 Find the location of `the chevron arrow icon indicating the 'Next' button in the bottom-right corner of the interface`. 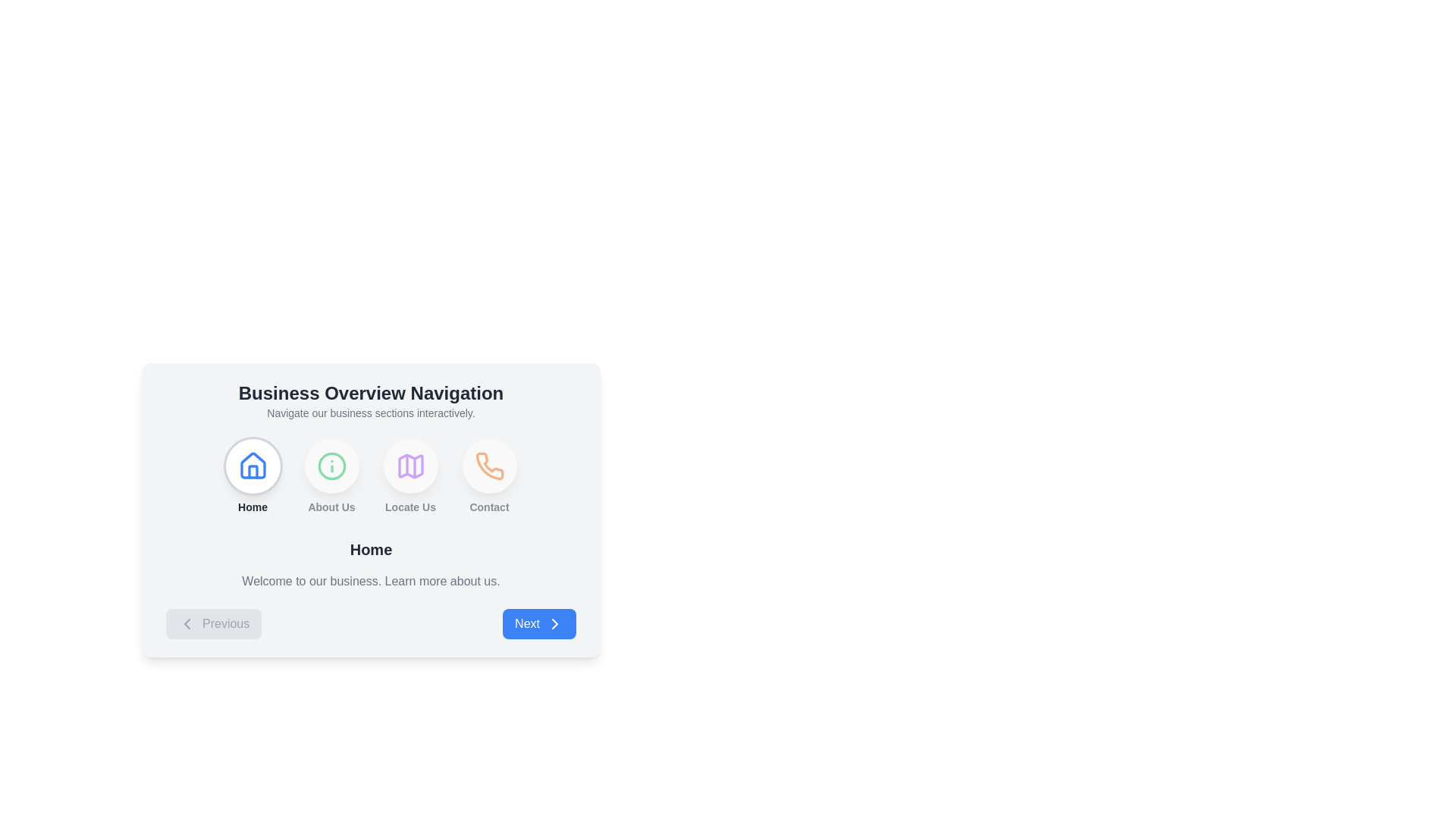

the chevron arrow icon indicating the 'Next' button in the bottom-right corner of the interface is located at coordinates (554, 623).